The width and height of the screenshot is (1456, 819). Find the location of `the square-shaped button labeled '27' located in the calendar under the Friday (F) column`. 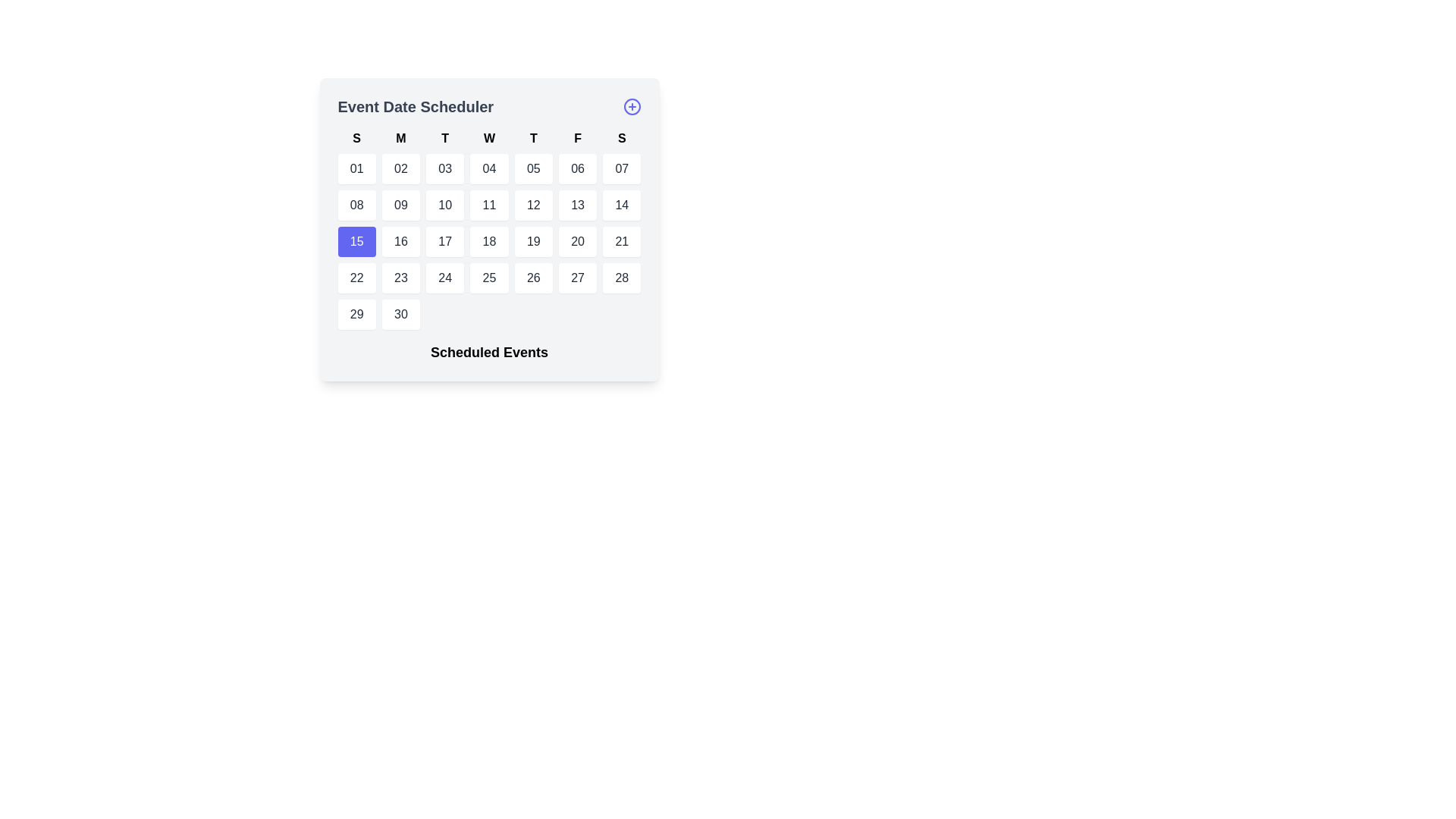

the square-shaped button labeled '27' located in the calendar under the Friday (F) column is located at coordinates (577, 278).